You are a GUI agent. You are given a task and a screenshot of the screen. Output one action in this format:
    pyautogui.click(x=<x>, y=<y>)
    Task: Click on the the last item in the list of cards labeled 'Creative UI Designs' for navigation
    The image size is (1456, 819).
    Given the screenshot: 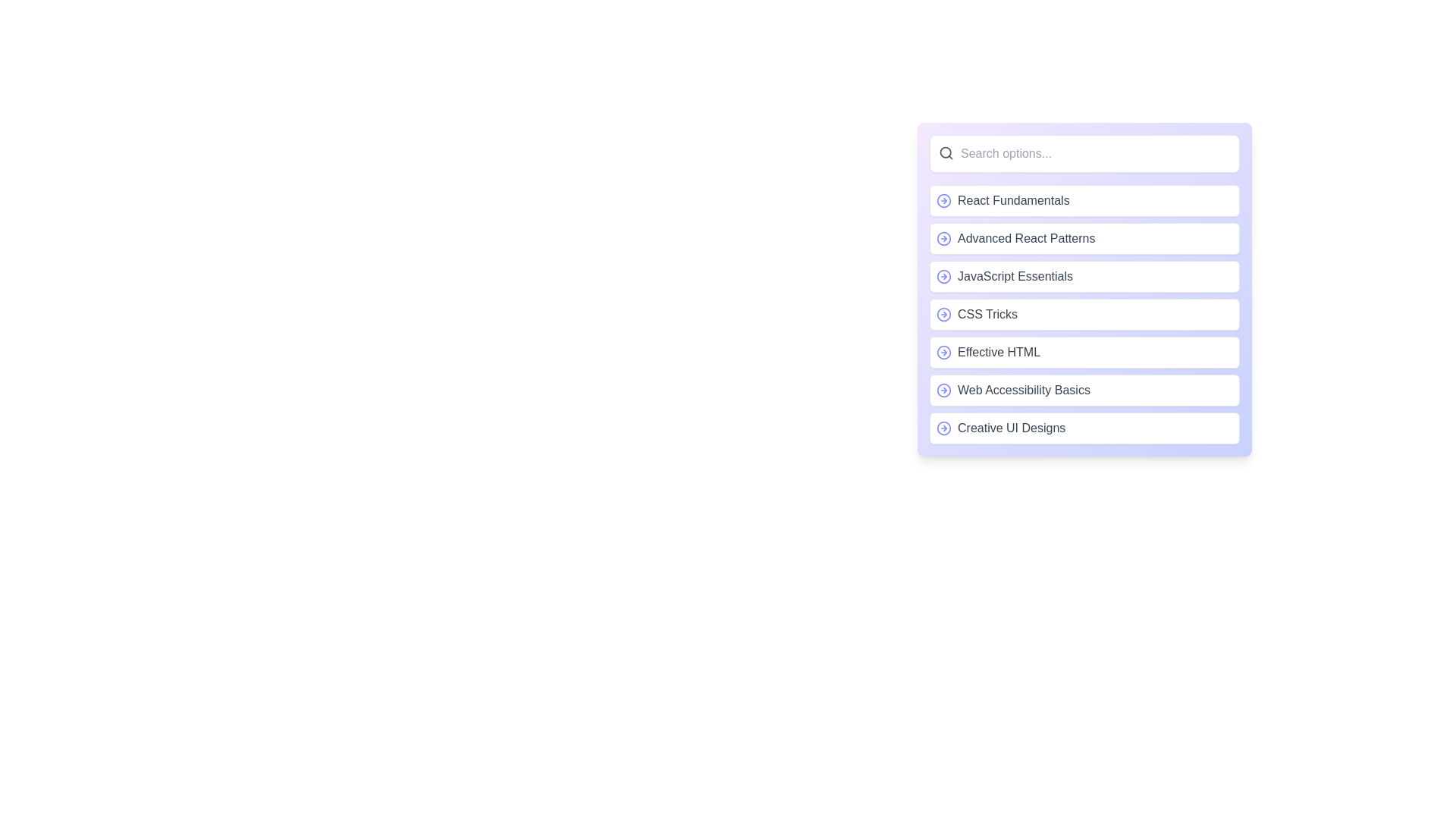 What is the action you would take?
    pyautogui.click(x=1084, y=428)
    